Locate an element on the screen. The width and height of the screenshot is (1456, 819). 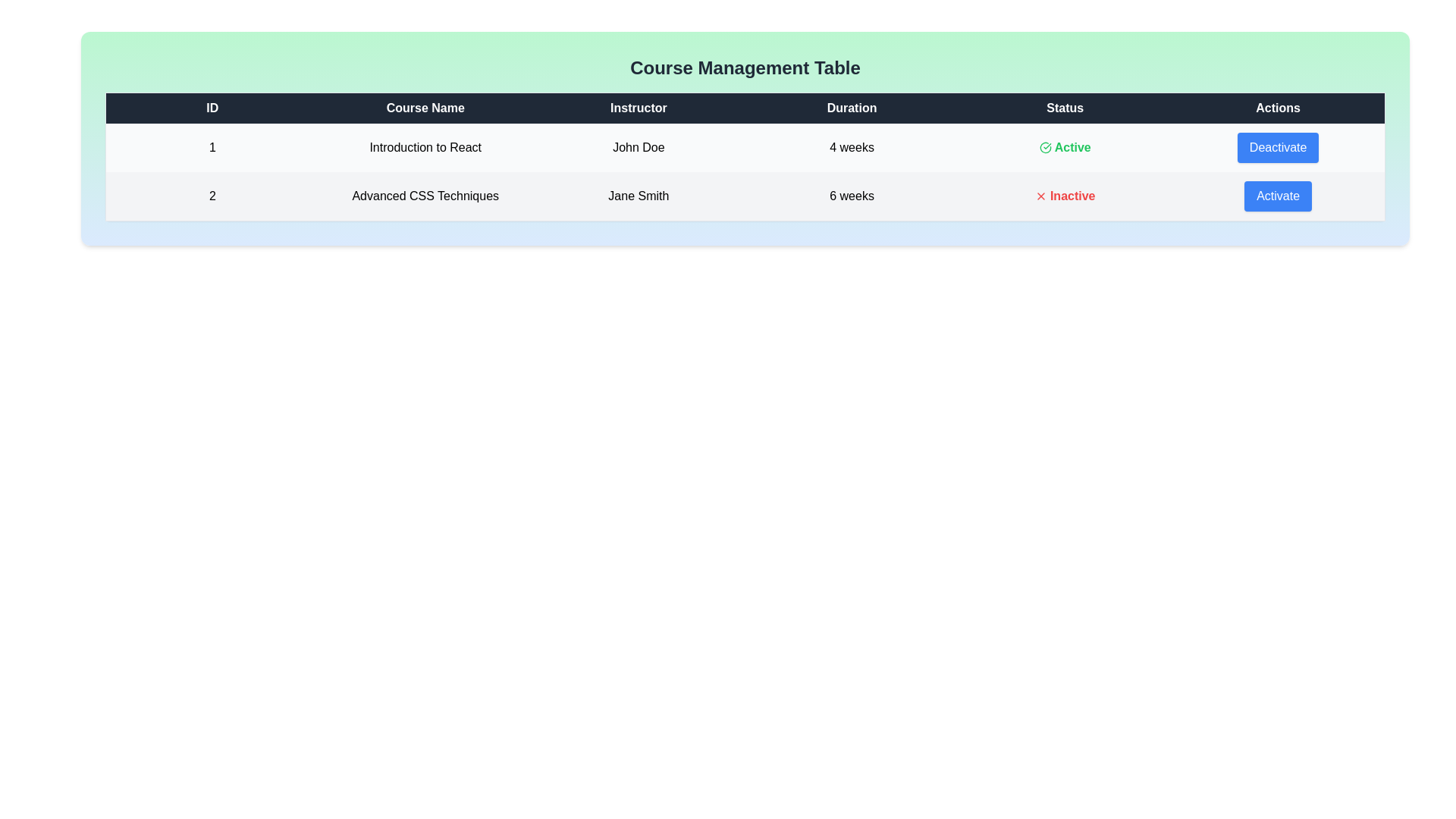
the text label in the first column of the second row of the table to focus on the corresponding row is located at coordinates (212, 196).